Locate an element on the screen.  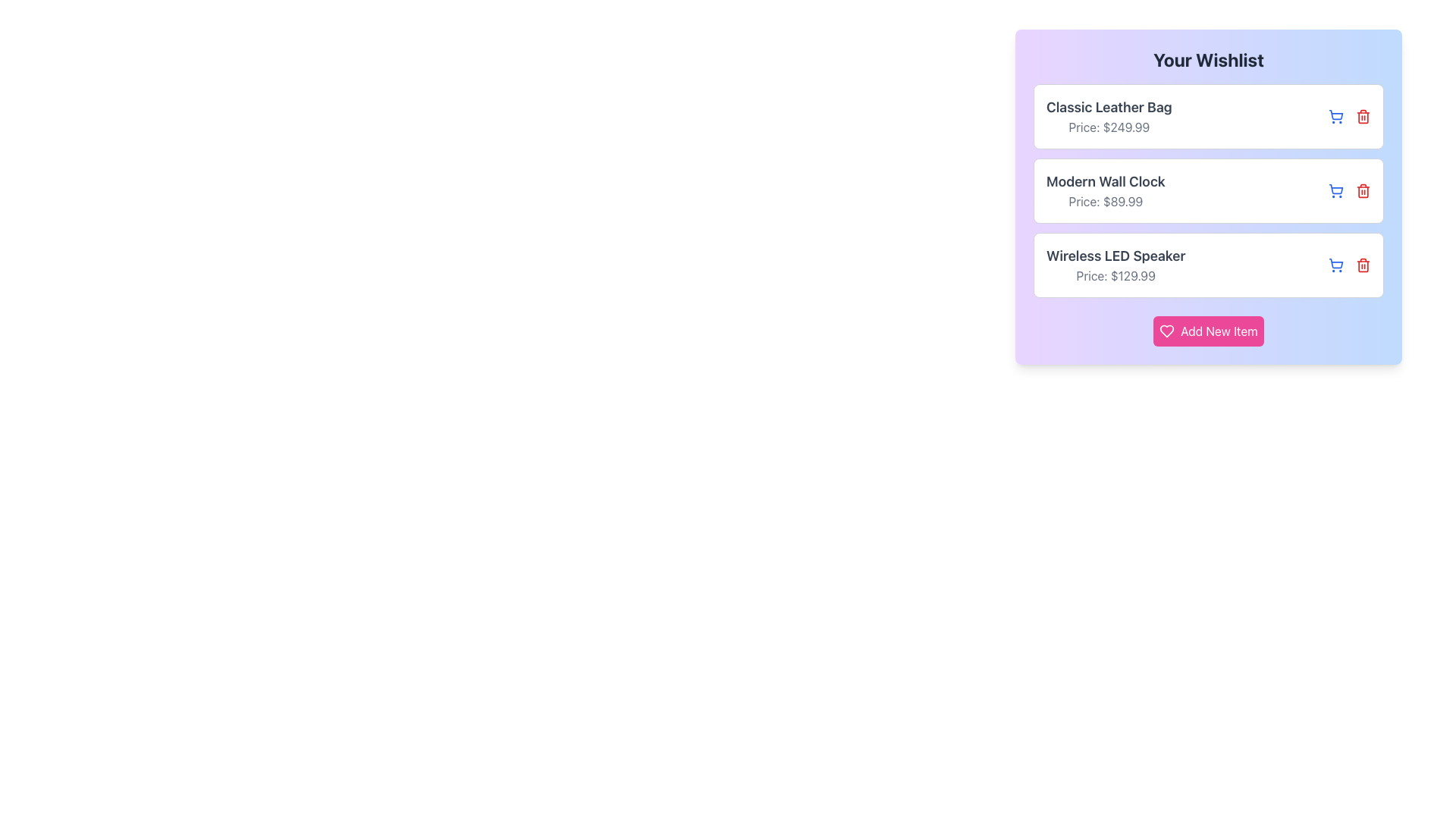
text label displaying 'Price: $89.99' located directly below the title 'Modern Wall Clock' in the second card of the wishlist interface is located at coordinates (1106, 201).